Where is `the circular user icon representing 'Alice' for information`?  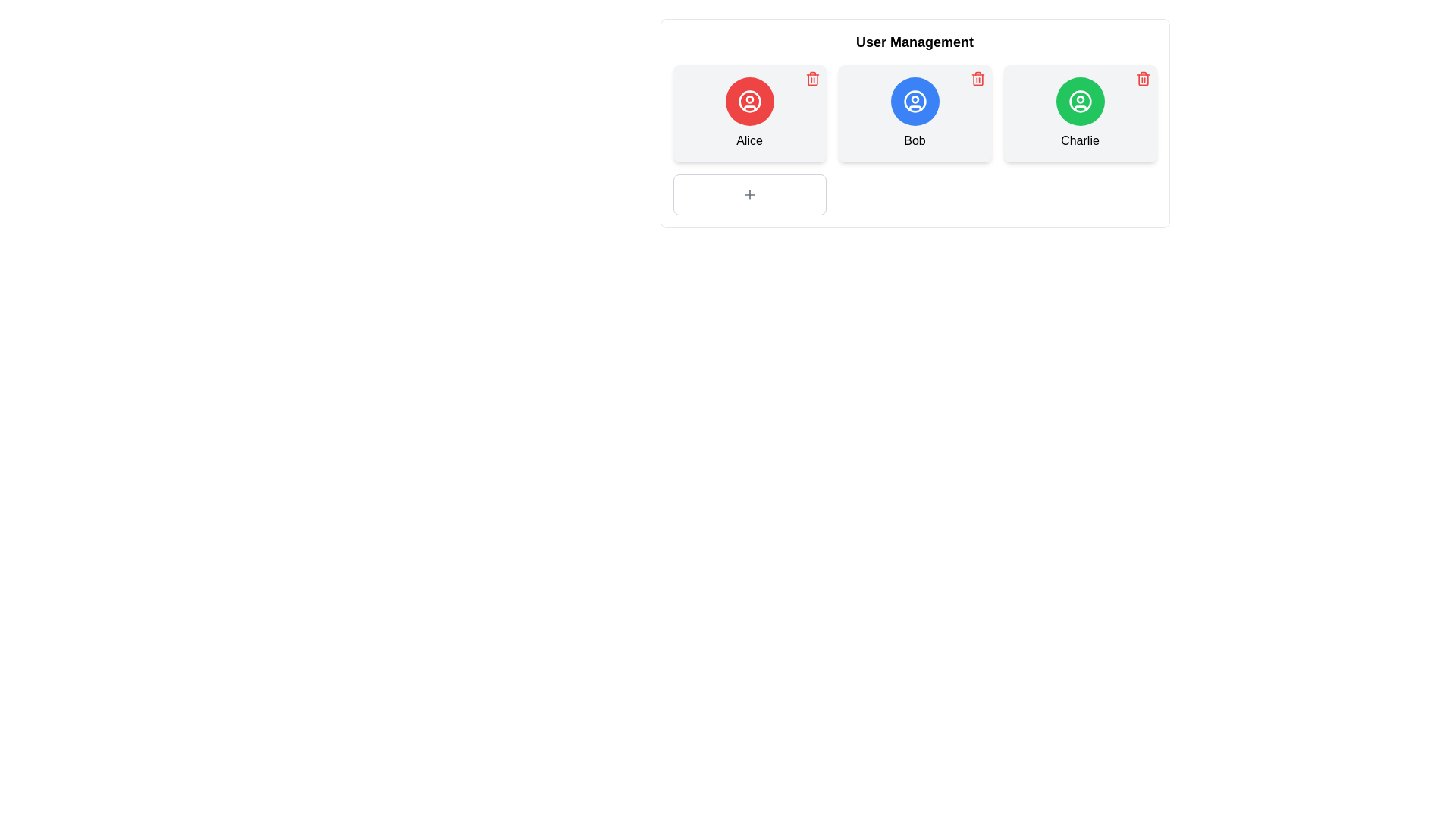
the circular user icon representing 'Alice' for information is located at coordinates (749, 102).